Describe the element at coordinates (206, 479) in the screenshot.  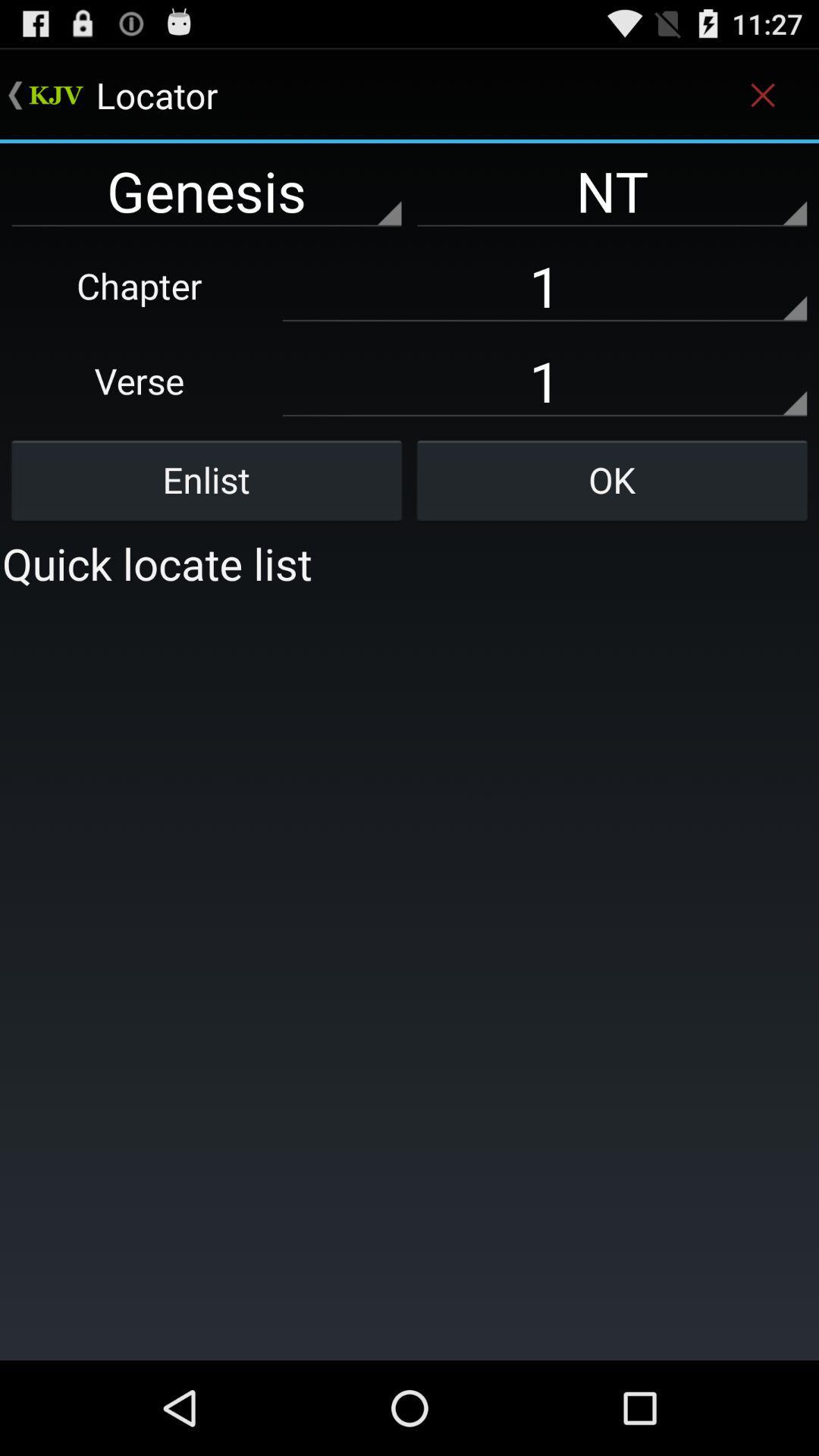
I see `icon to the left of the ok icon` at that location.